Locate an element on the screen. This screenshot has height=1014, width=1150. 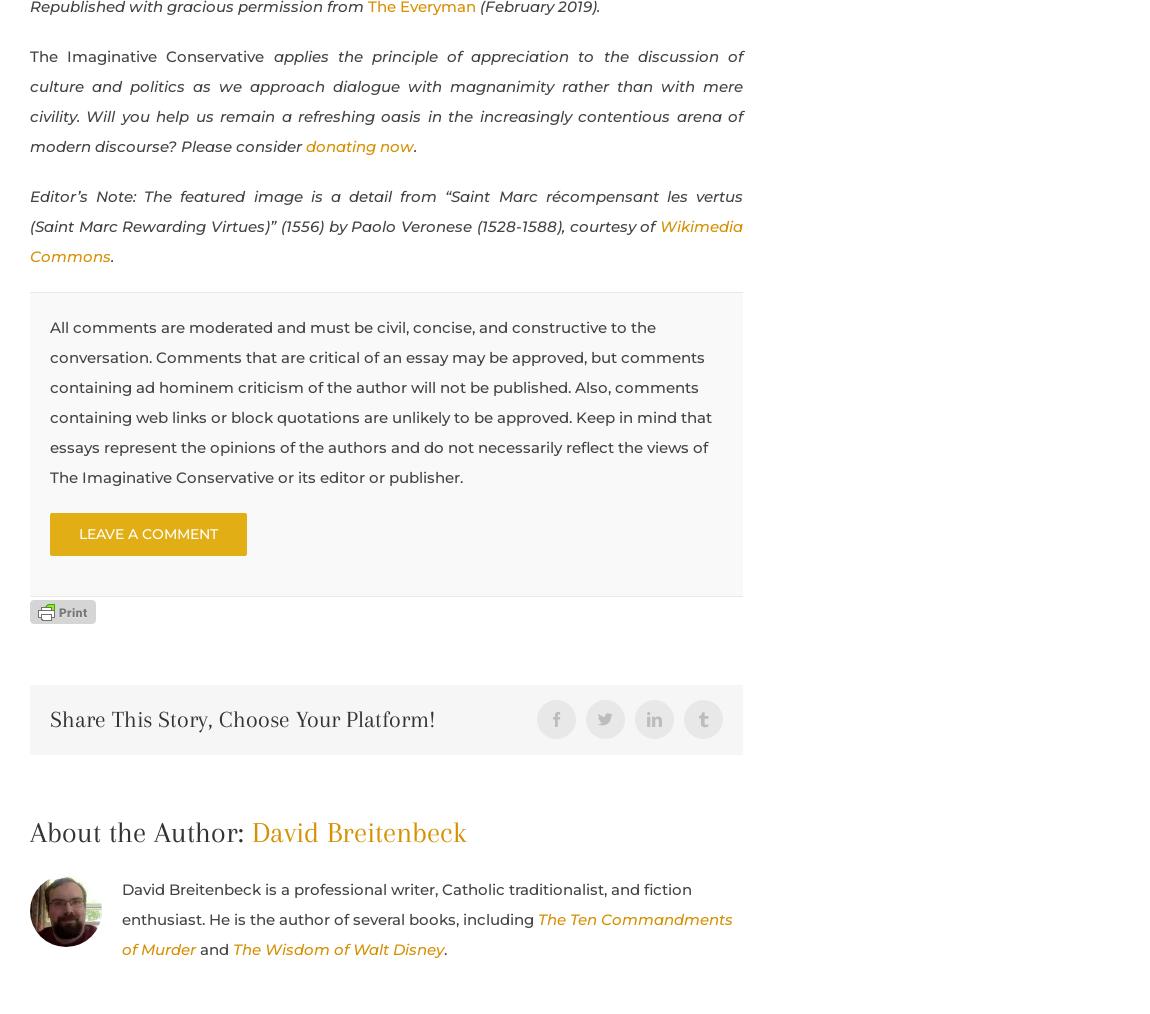
'and' is located at coordinates (213, 948).